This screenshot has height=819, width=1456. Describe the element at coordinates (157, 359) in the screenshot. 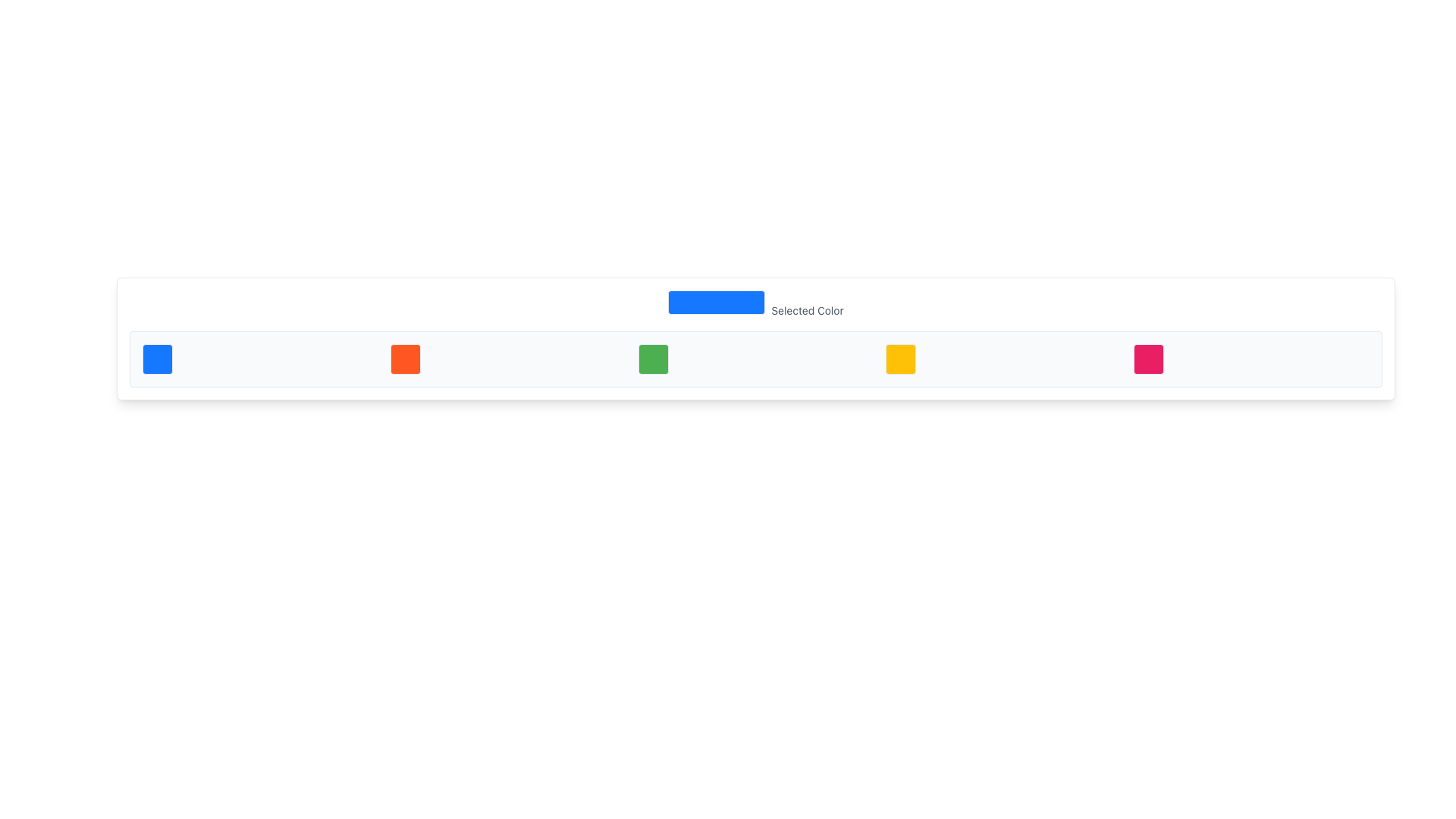

I see `the first square button in a row of five, positioned towards the top left, which serves as a color selection box` at that location.